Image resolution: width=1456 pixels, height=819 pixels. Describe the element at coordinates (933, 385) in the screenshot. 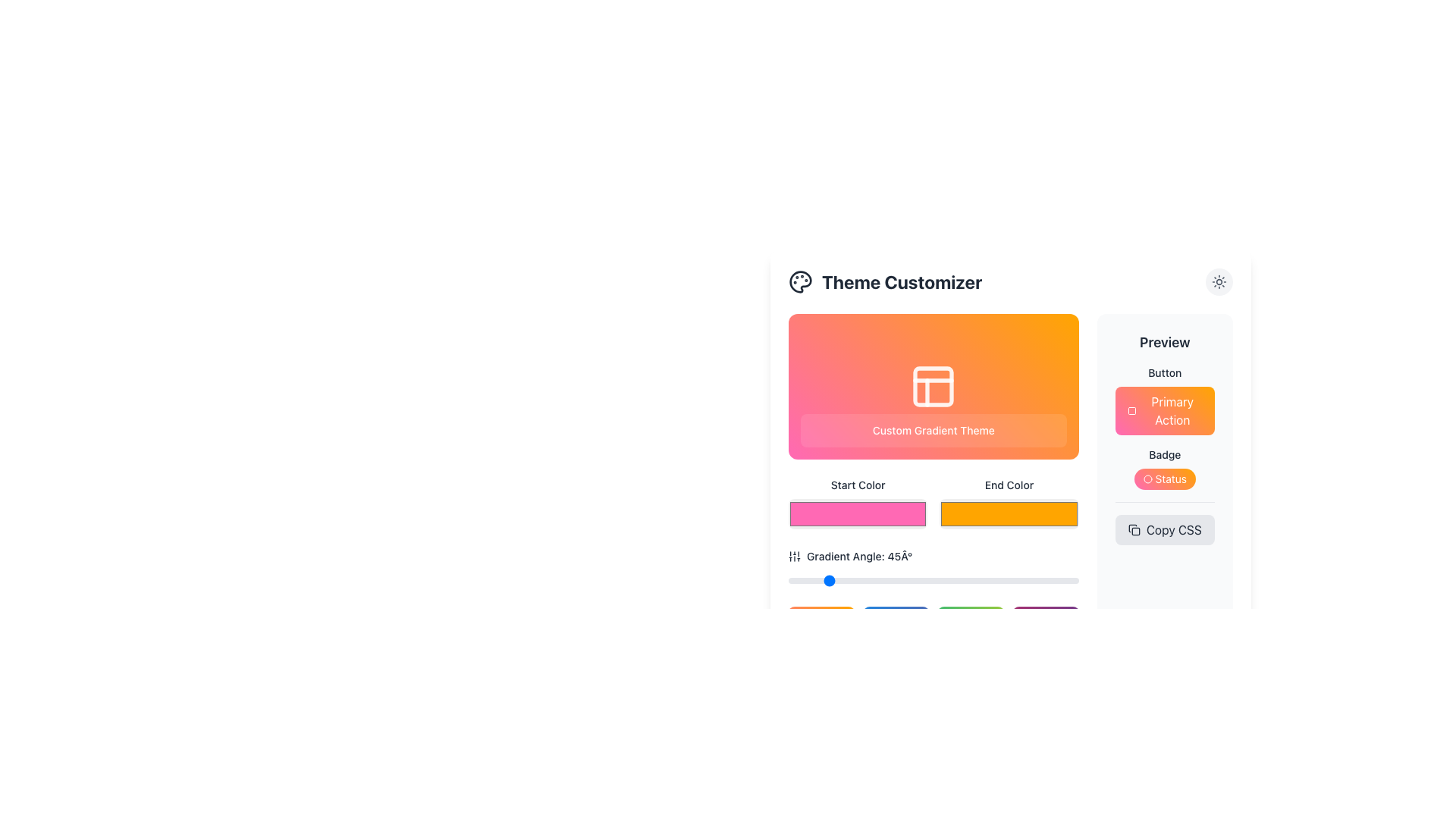

I see `the non-clickable informational card with a vibrant gradient background and 'Custom Gradient Theme' label in the 'Theme Customizer' section` at that location.